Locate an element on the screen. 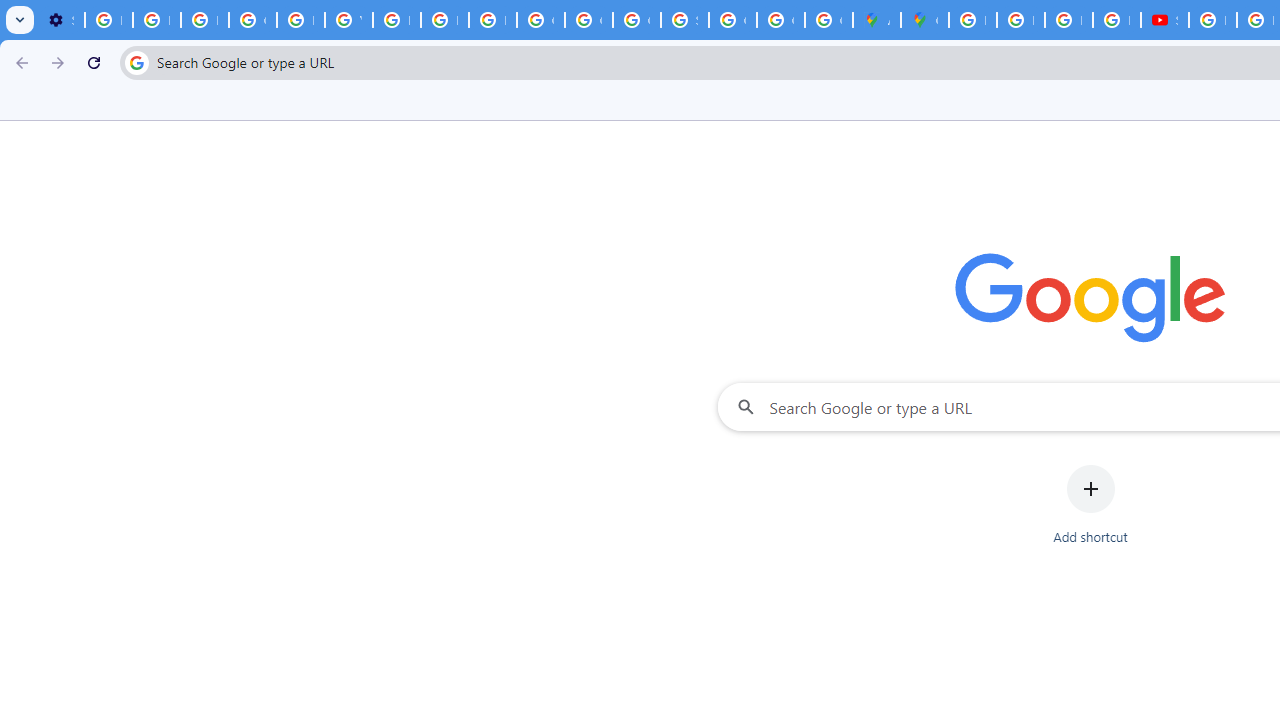  'Add shortcut' is located at coordinates (1089, 504).